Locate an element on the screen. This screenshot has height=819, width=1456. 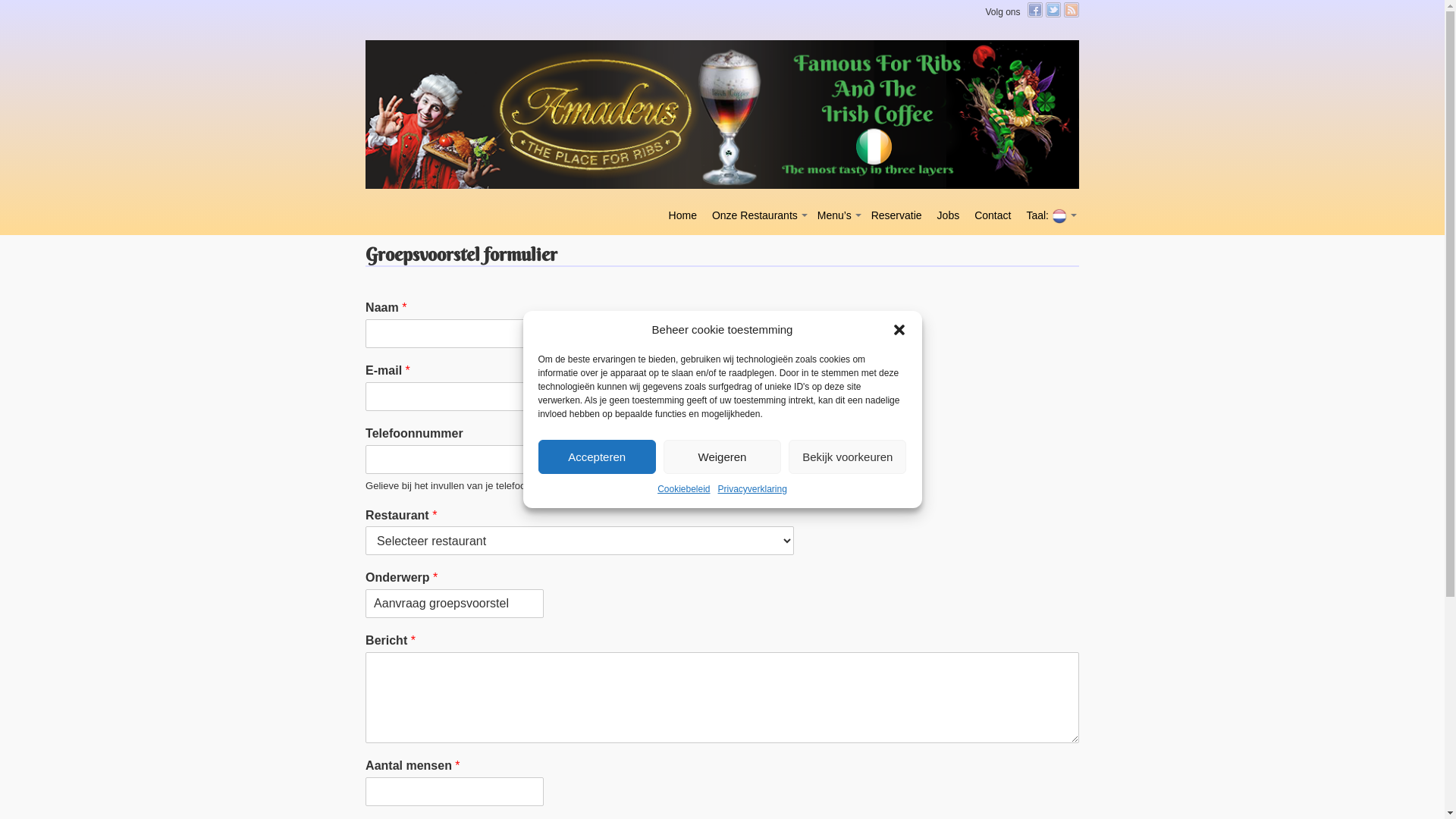
'Jobs' is located at coordinates (928, 215).